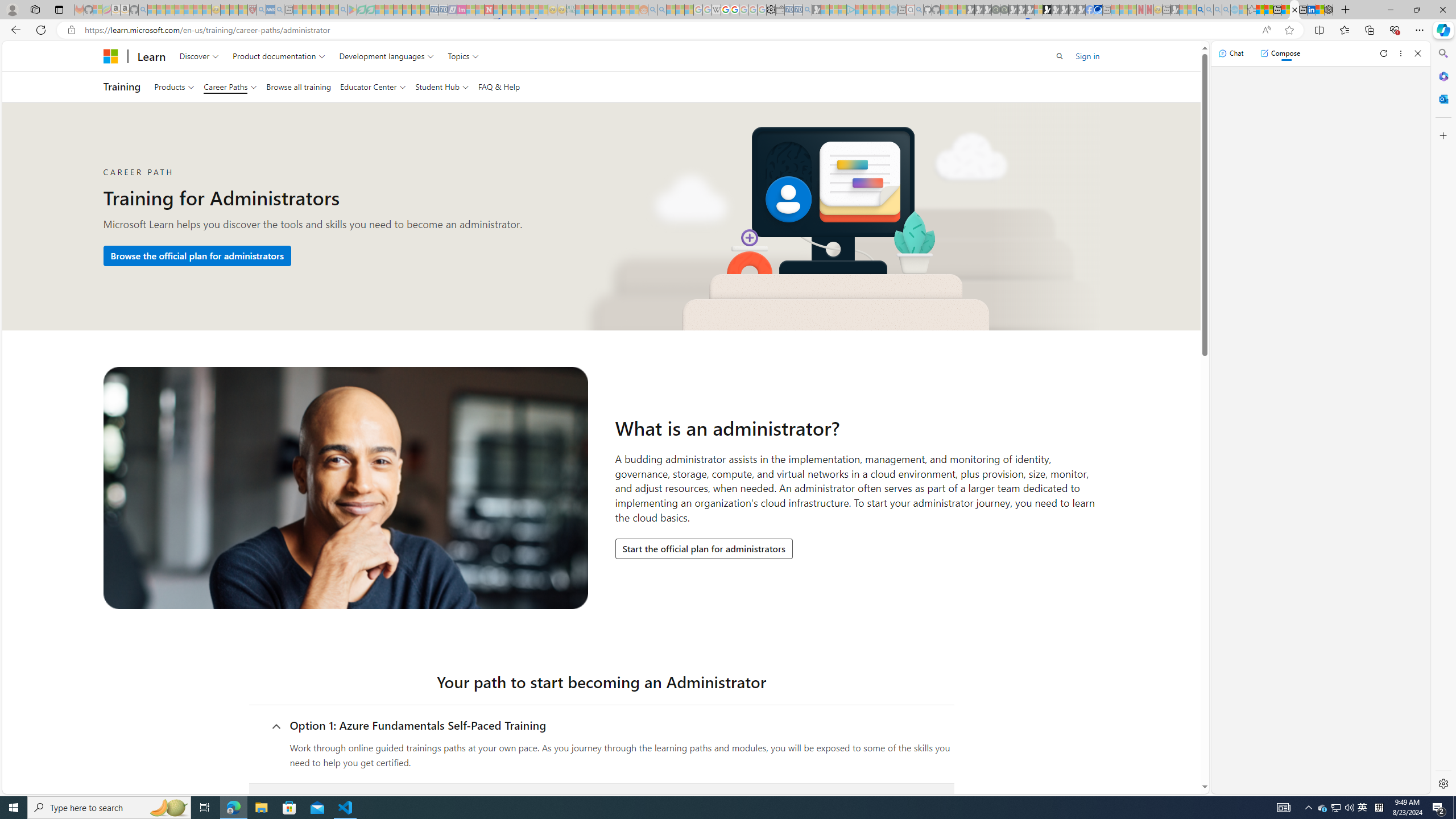 This screenshot has height=819, width=1456. What do you see at coordinates (463, 55) in the screenshot?
I see `'Topics'` at bounding box center [463, 55].